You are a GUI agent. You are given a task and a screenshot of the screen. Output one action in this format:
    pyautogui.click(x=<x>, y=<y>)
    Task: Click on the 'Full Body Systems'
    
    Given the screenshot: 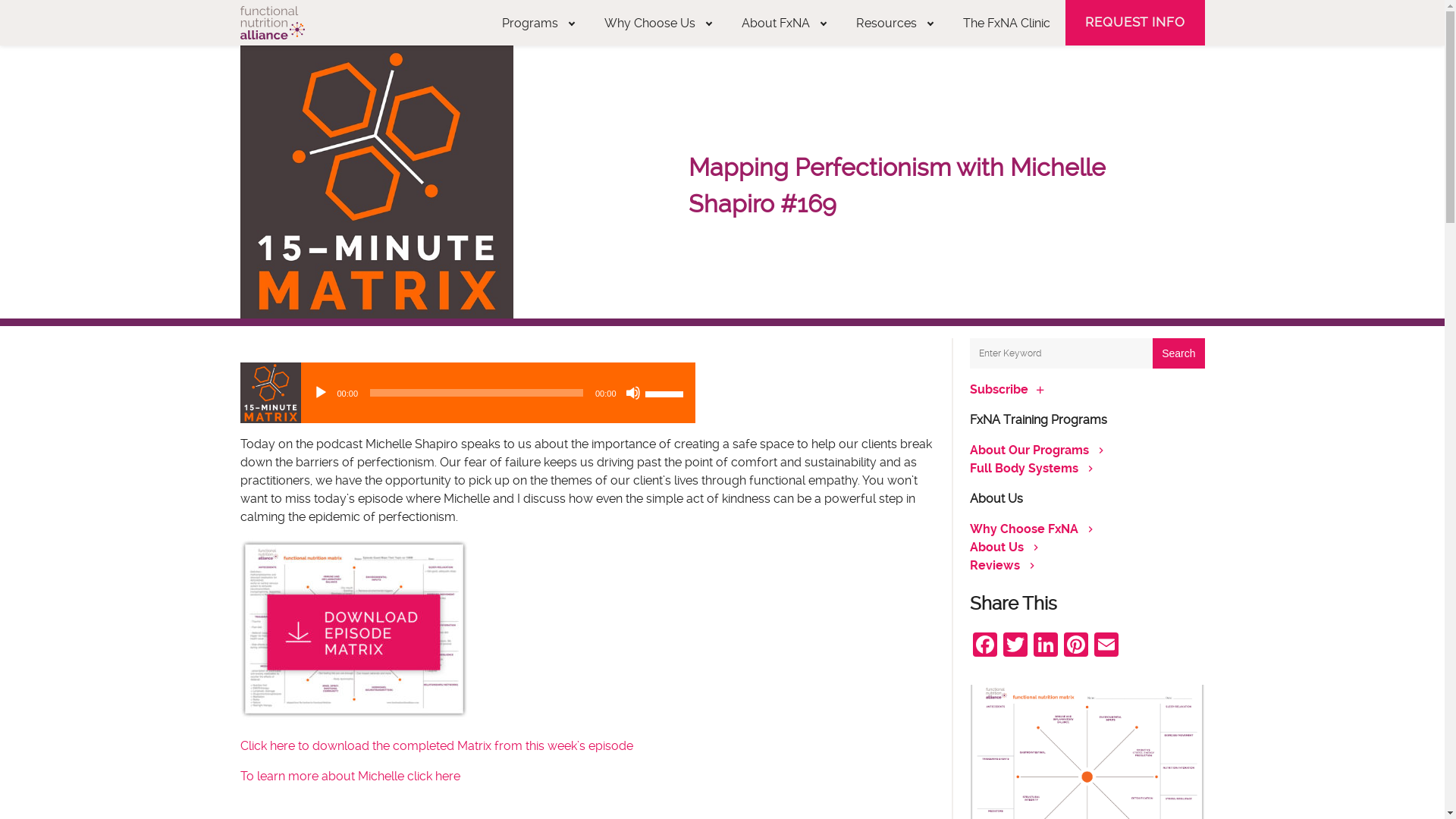 What is the action you would take?
    pyautogui.click(x=1023, y=467)
    